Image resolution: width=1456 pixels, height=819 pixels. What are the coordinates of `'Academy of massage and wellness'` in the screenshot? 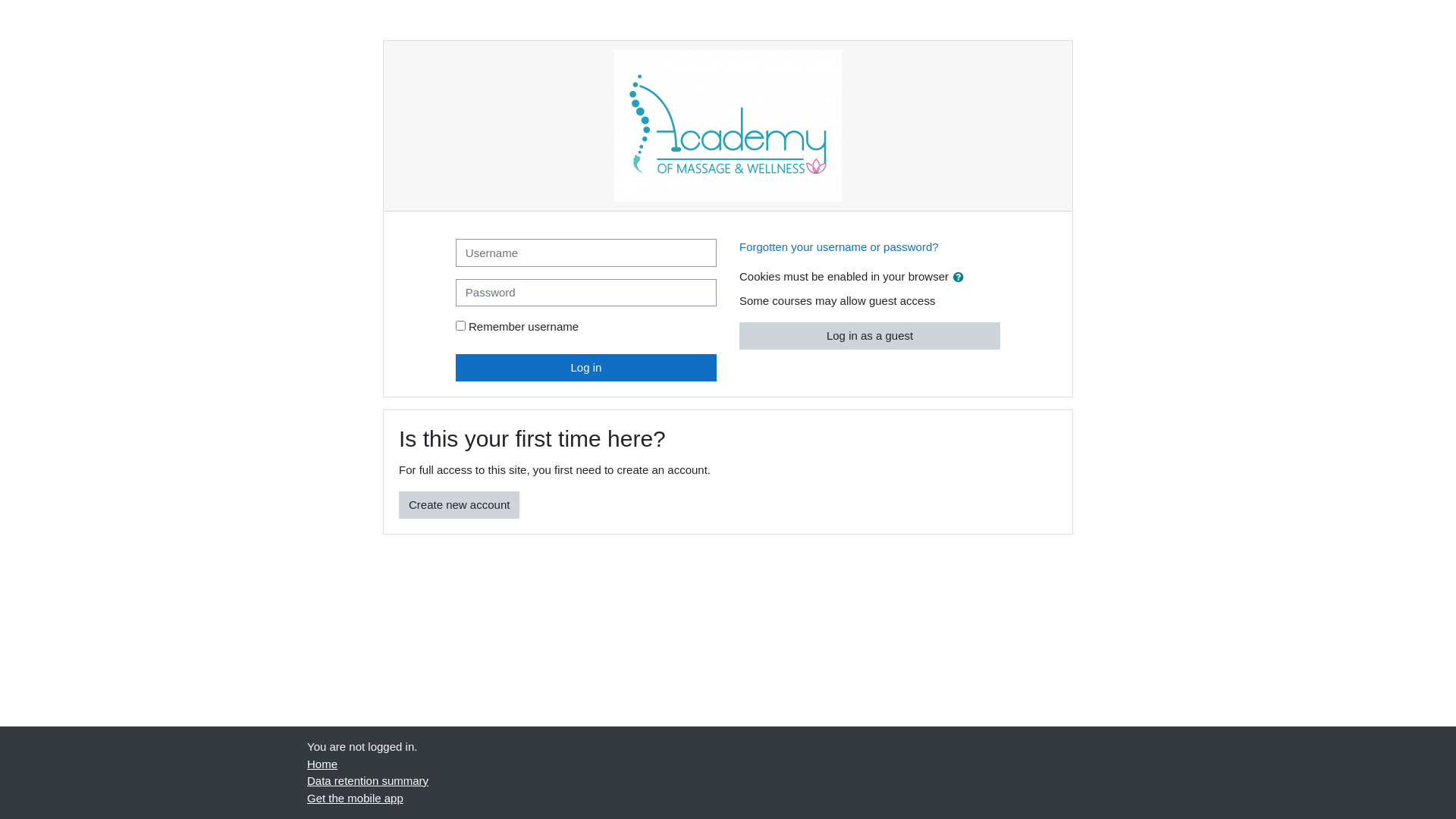 It's located at (728, 124).